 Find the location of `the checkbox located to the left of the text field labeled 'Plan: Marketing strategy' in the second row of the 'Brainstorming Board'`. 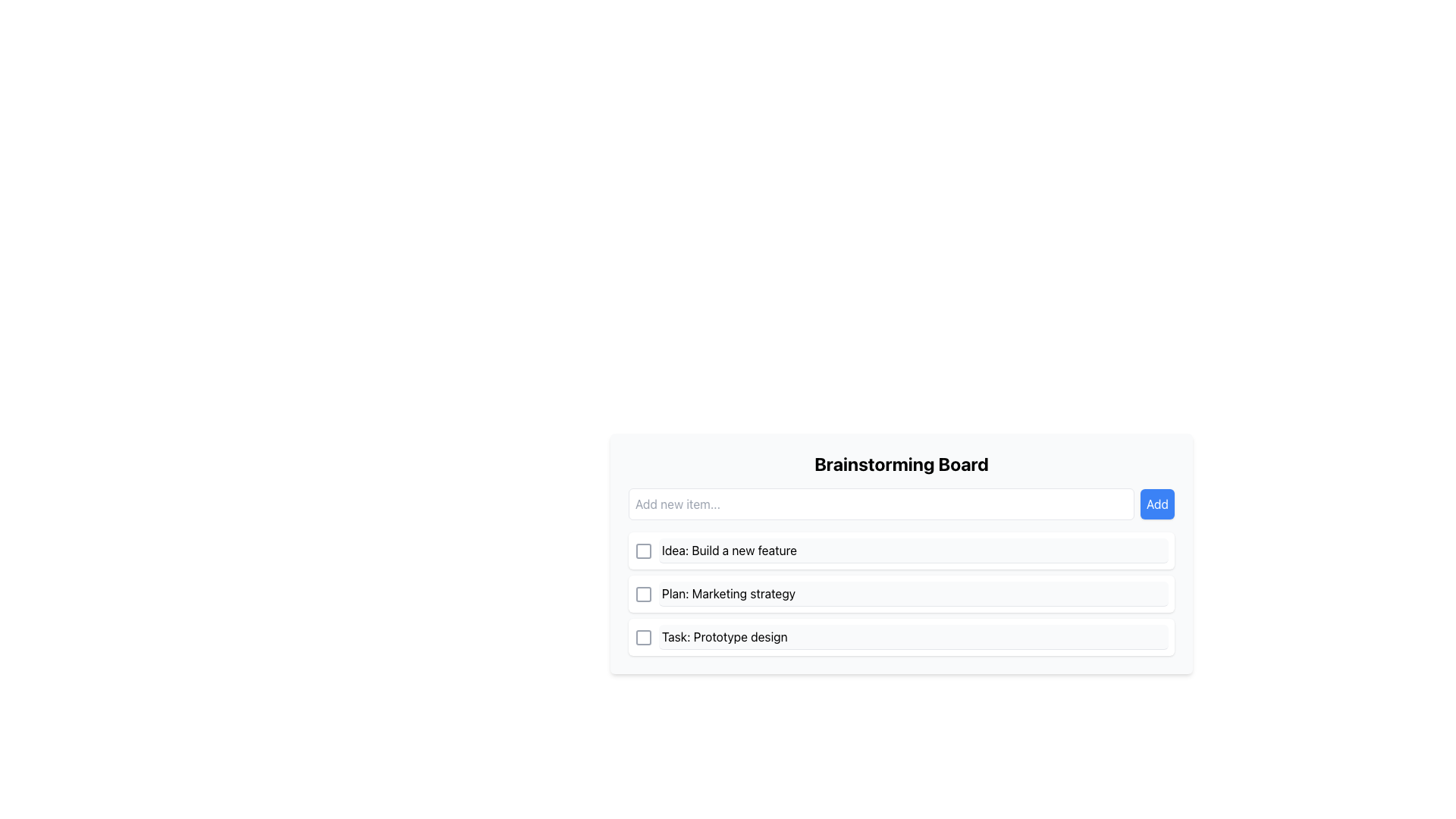

the checkbox located to the left of the text field labeled 'Plan: Marketing strategy' in the second row of the 'Brainstorming Board' is located at coordinates (644, 593).